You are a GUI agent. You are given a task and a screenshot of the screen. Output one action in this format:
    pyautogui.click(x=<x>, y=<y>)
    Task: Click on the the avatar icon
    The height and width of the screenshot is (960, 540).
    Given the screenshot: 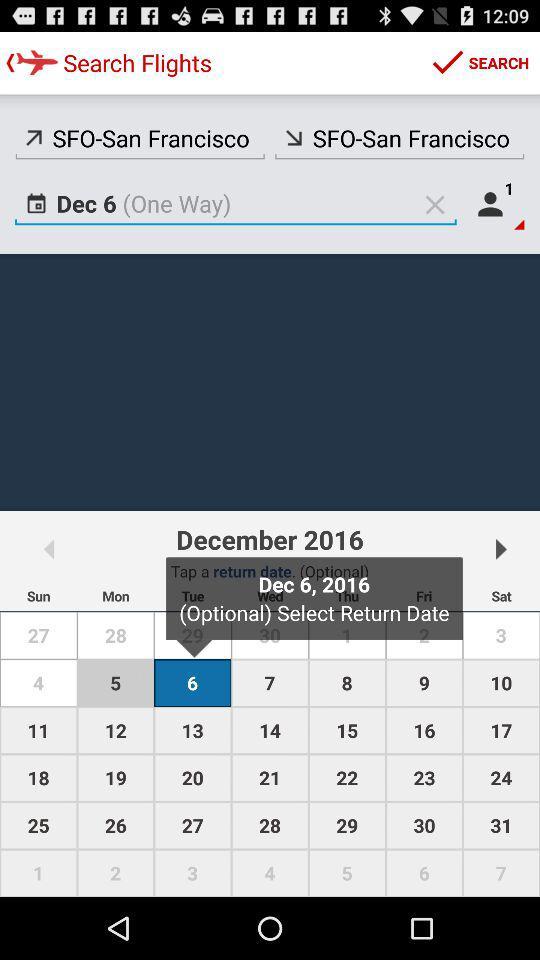 What is the action you would take?
    pyautogui.click(x=494, y=218)
    